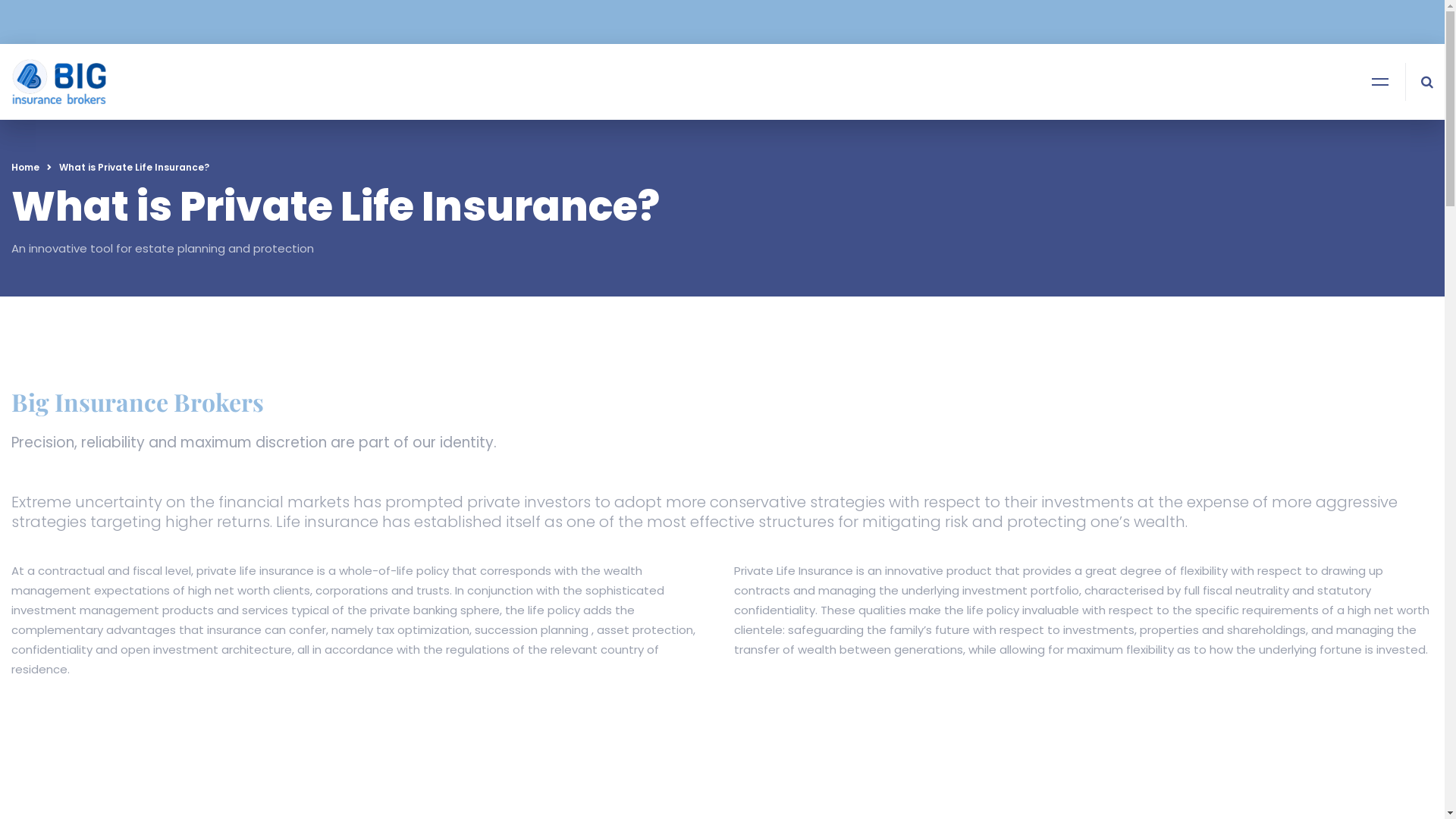 This screenshot has height=819, width=1456. Describe the element at coordinates (25, 167) in the screenshot. I see `'Home'` at that location.